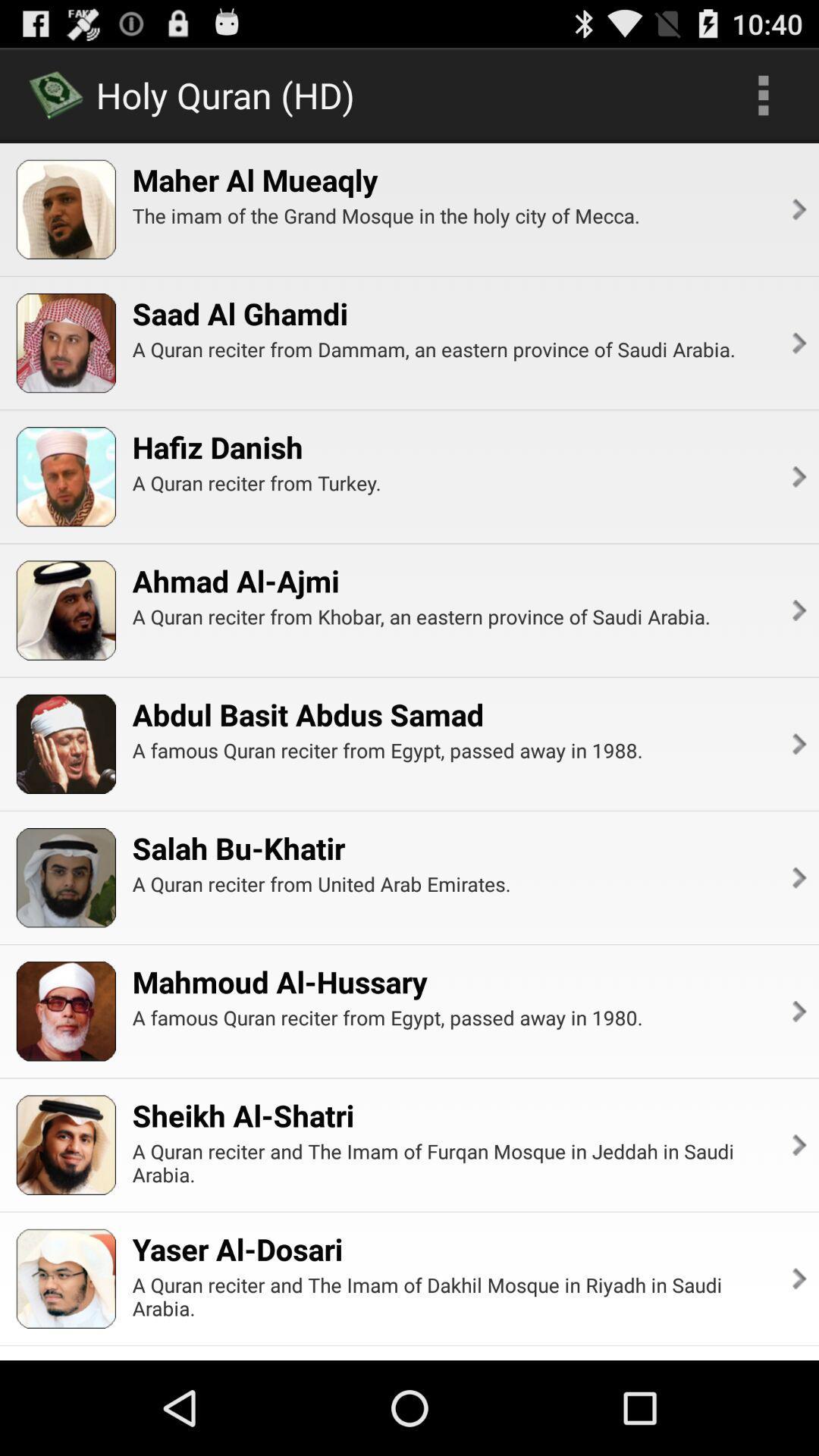  Describe the element at coordinates (797, 1278) in the screenshot. I see `icon next to the a quran reciter icon` at that location.